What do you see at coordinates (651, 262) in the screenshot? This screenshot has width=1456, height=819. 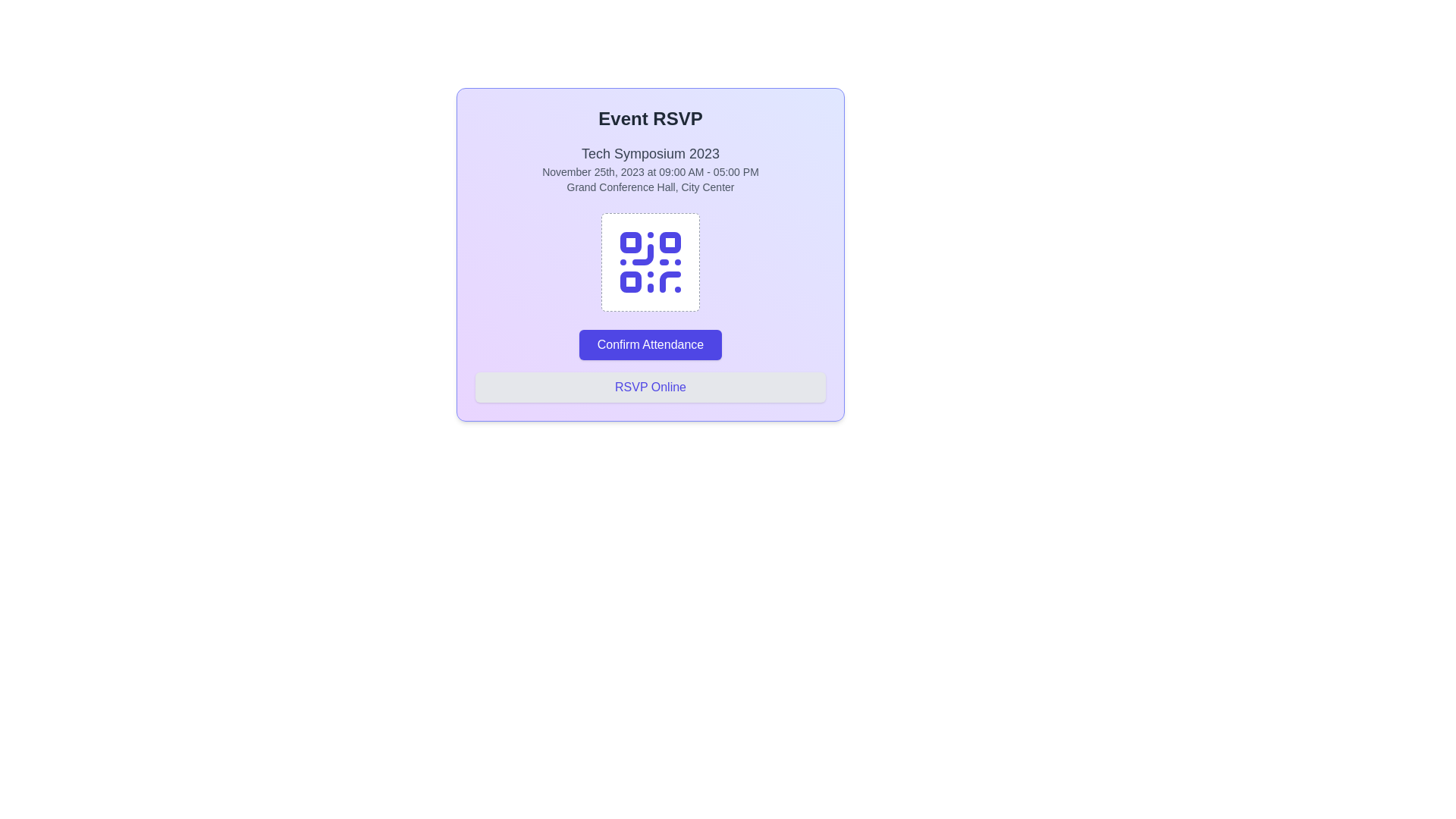 I see `the QR code styled icon, which is a vibrant blue visual element positioned centrally in the RSVP card interface, below the event title and description` at bounding box center [651, 262].